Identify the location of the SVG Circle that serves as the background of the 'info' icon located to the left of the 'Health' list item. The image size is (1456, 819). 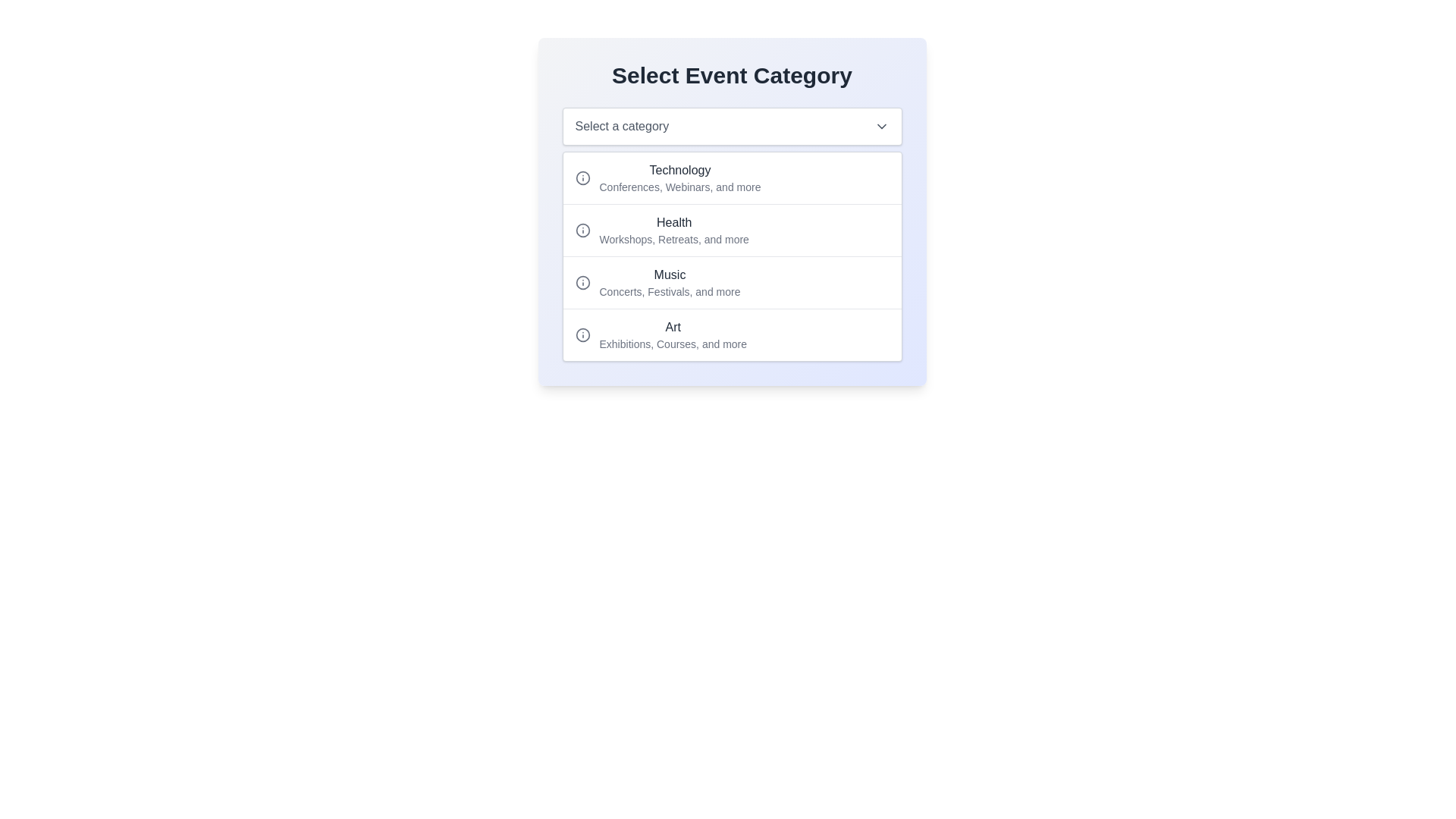
(582, 231).